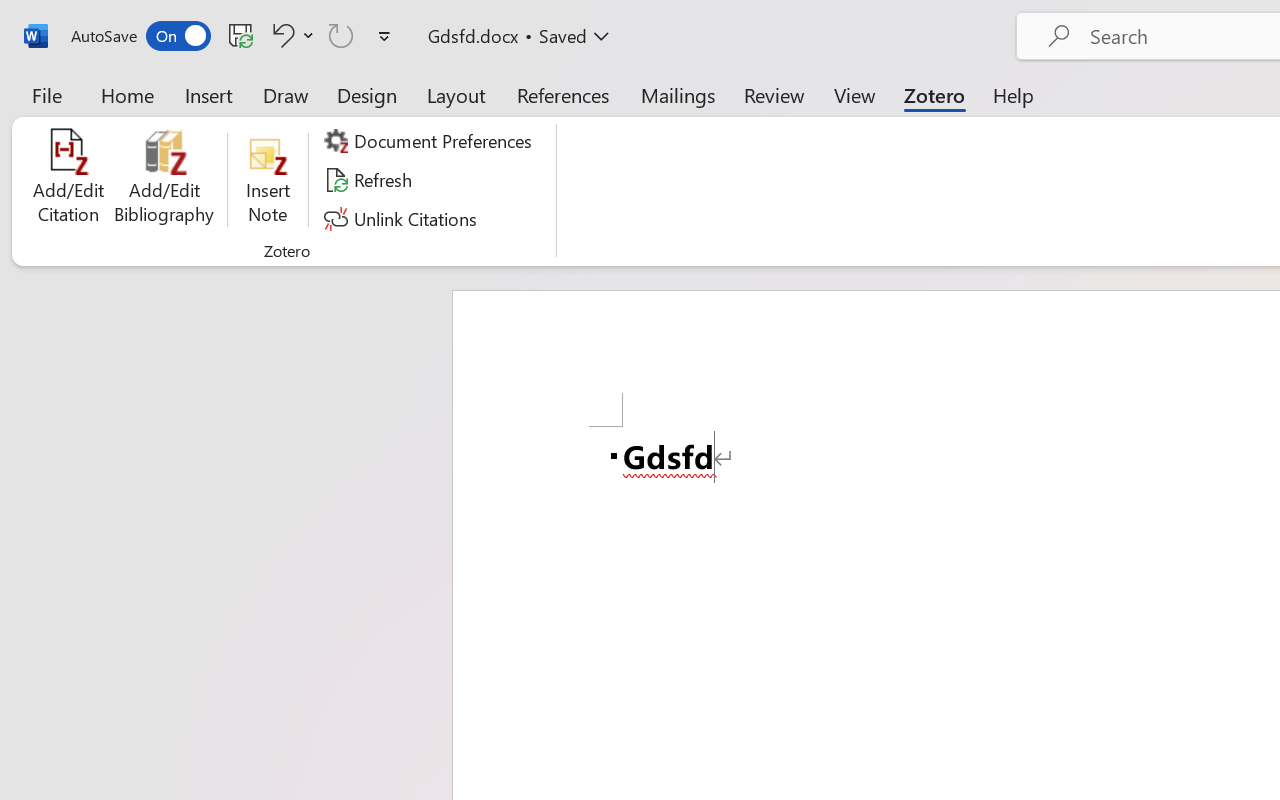  I want to click on 'Can', so click(341, 34).